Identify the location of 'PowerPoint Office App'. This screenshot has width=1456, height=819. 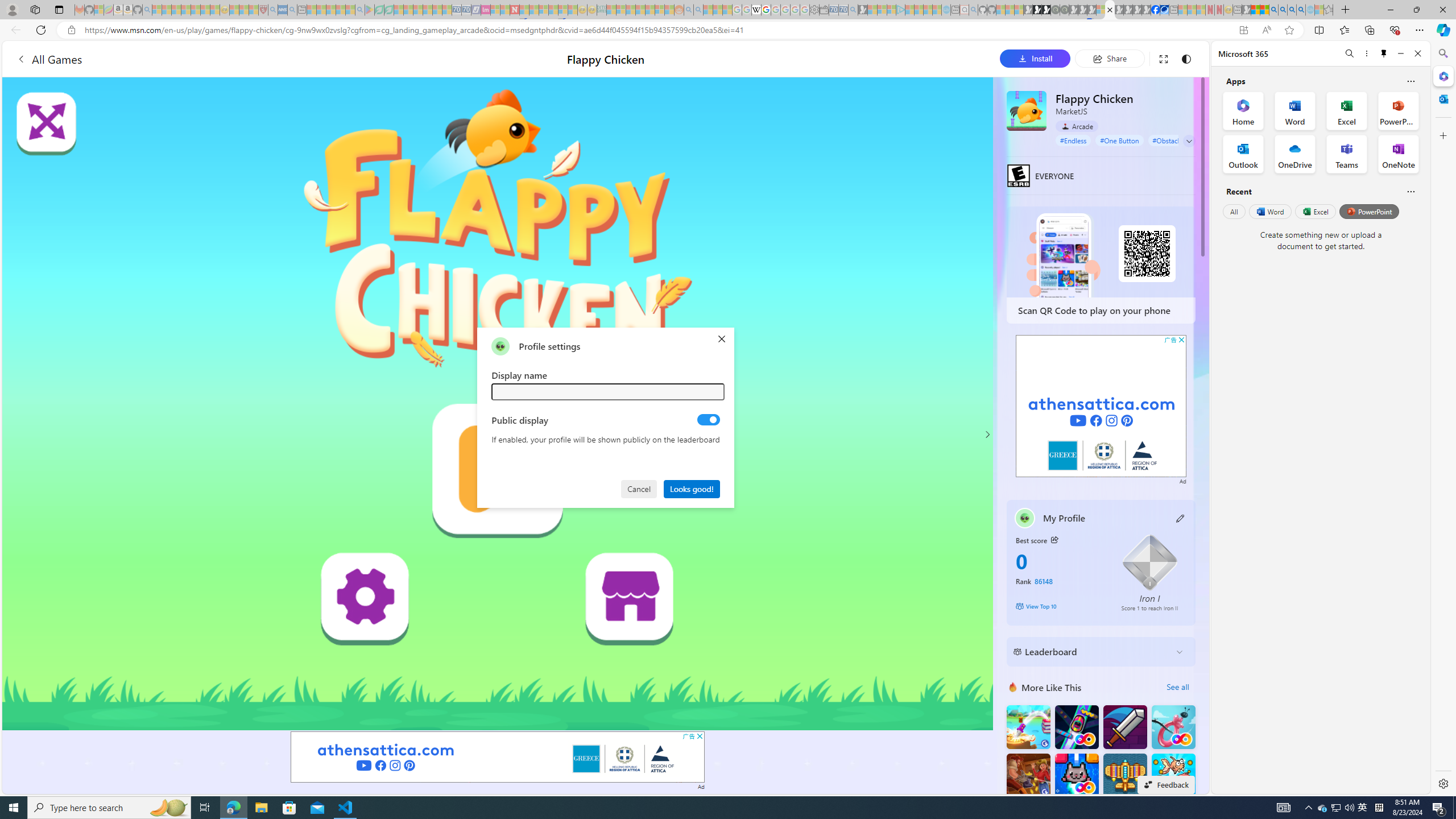
(1398, 111).